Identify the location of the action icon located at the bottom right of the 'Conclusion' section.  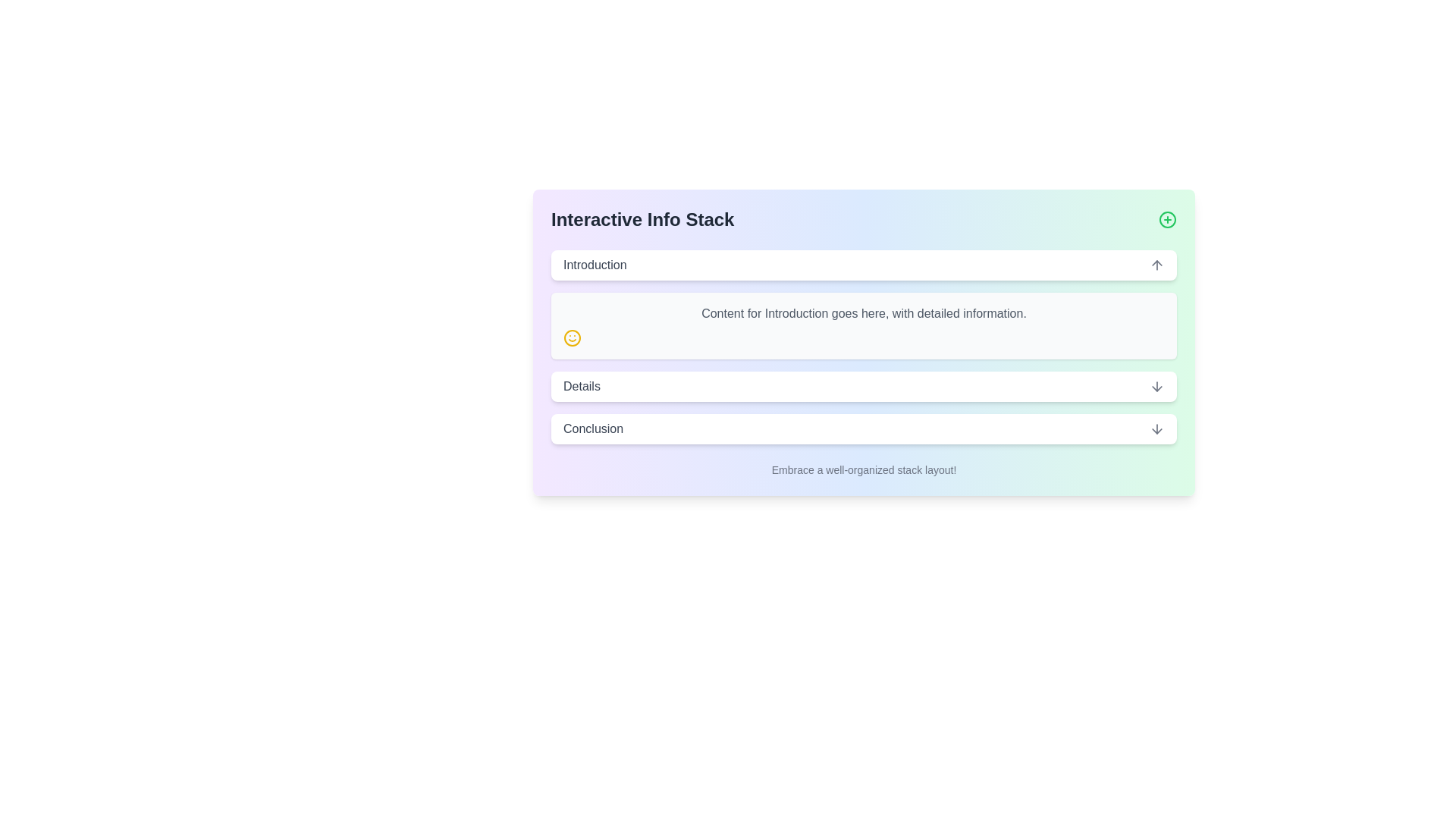
(1156, 429).